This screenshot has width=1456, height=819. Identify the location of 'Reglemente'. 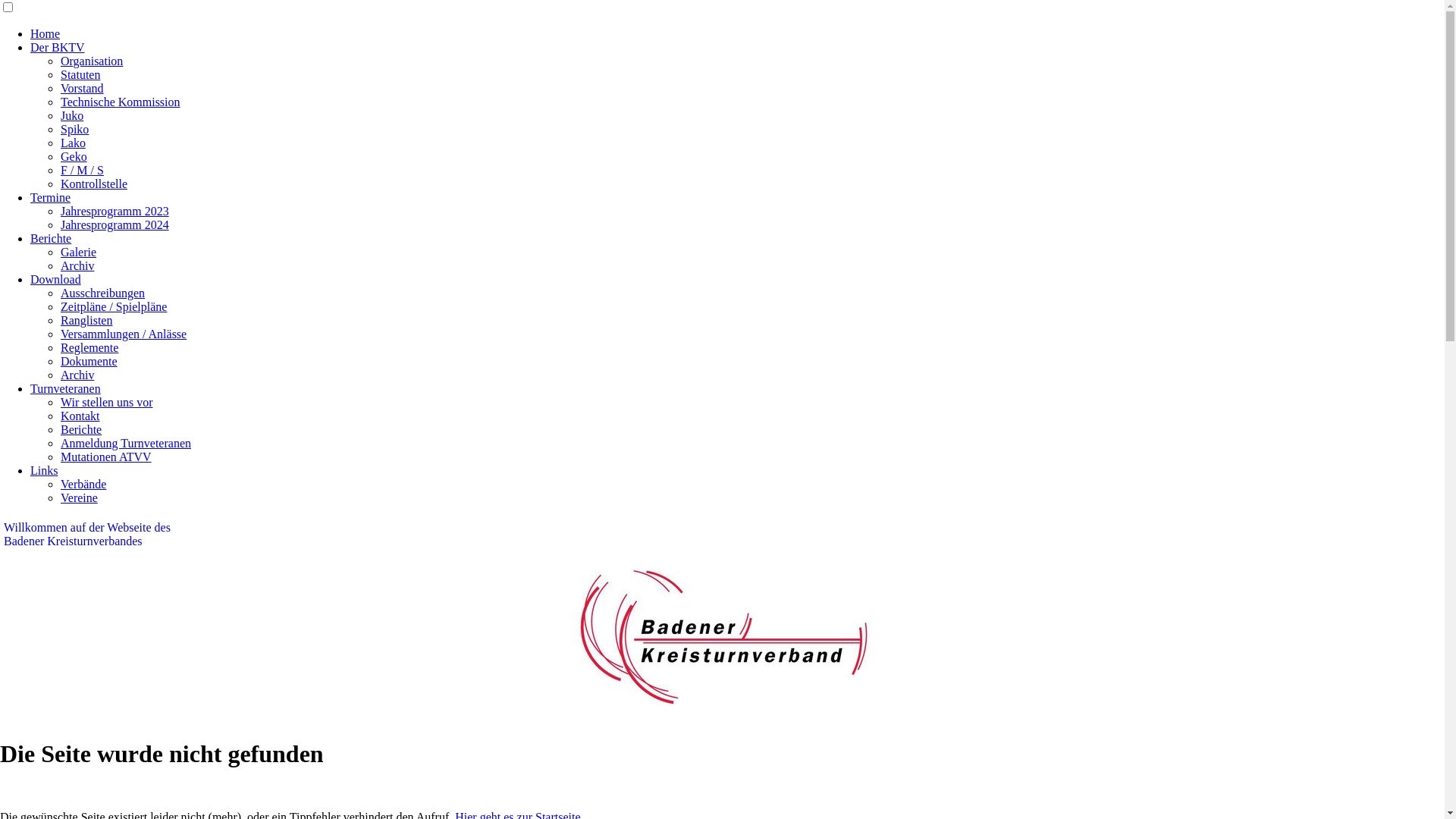
(89, 347).